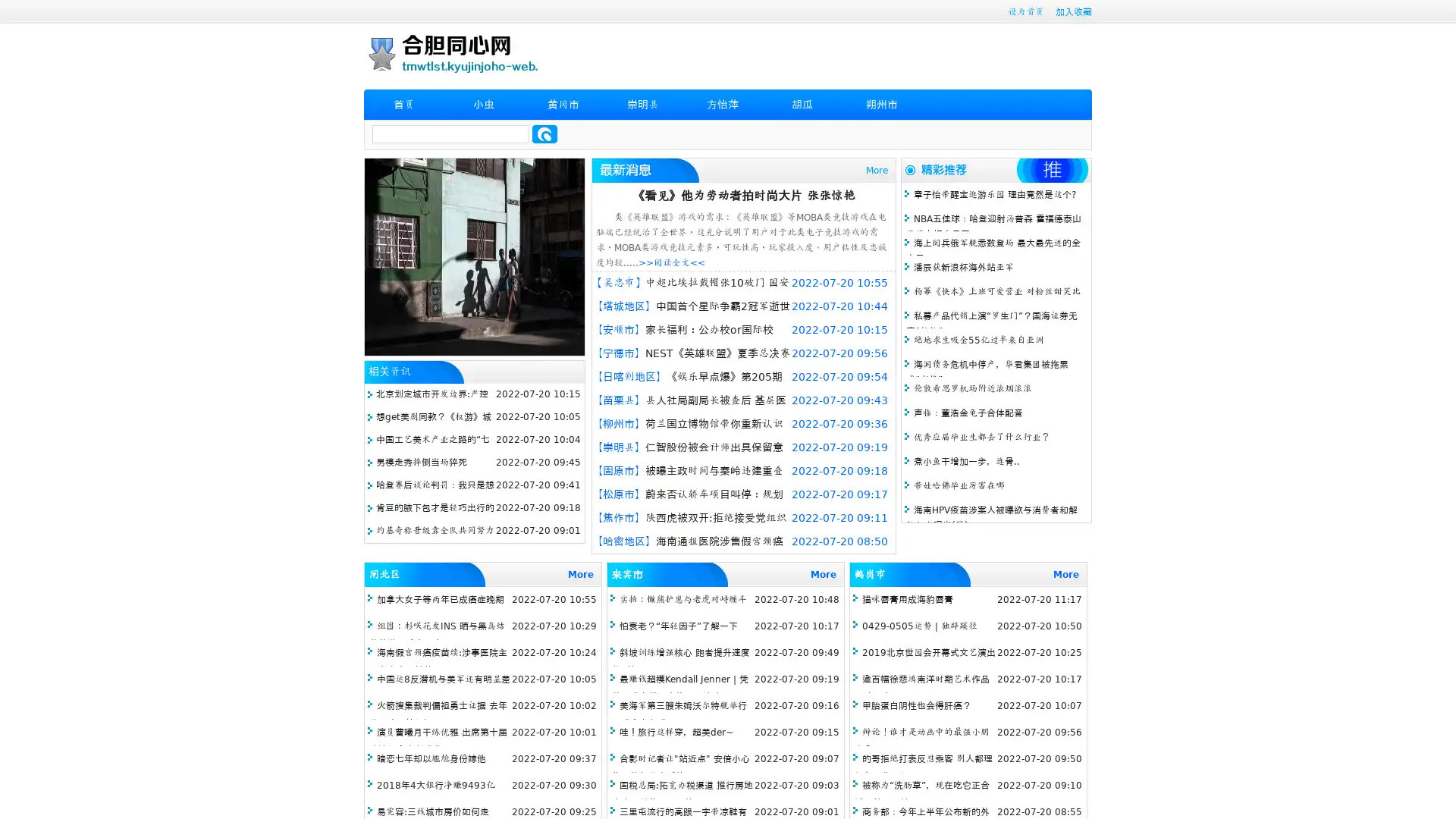  What do you see at coordinates (544, 133) in the screenshot?
I see `Search` at bounding box center [544, 133].